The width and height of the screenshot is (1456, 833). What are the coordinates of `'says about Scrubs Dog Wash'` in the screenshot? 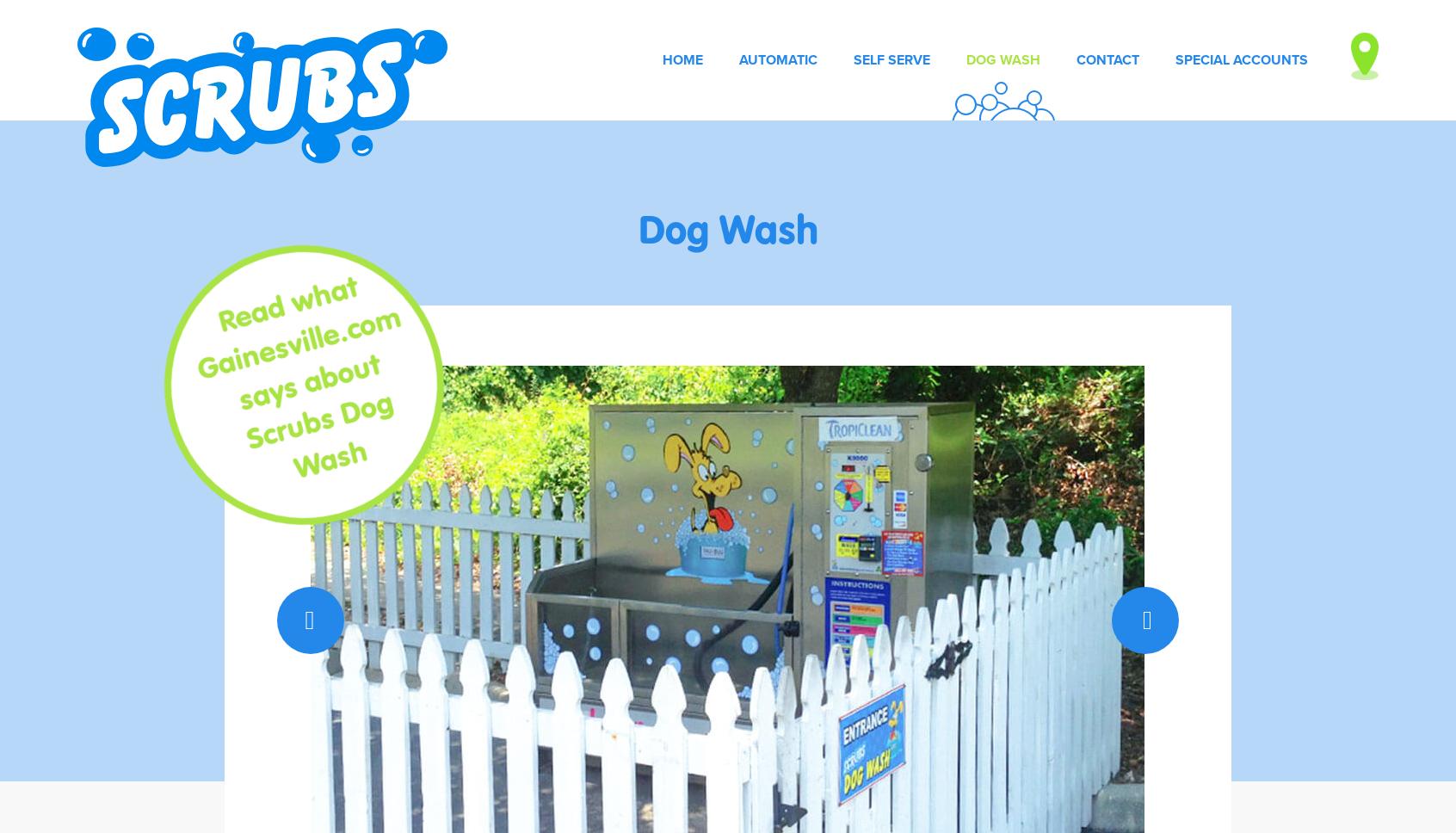 It's located at (314, 413).